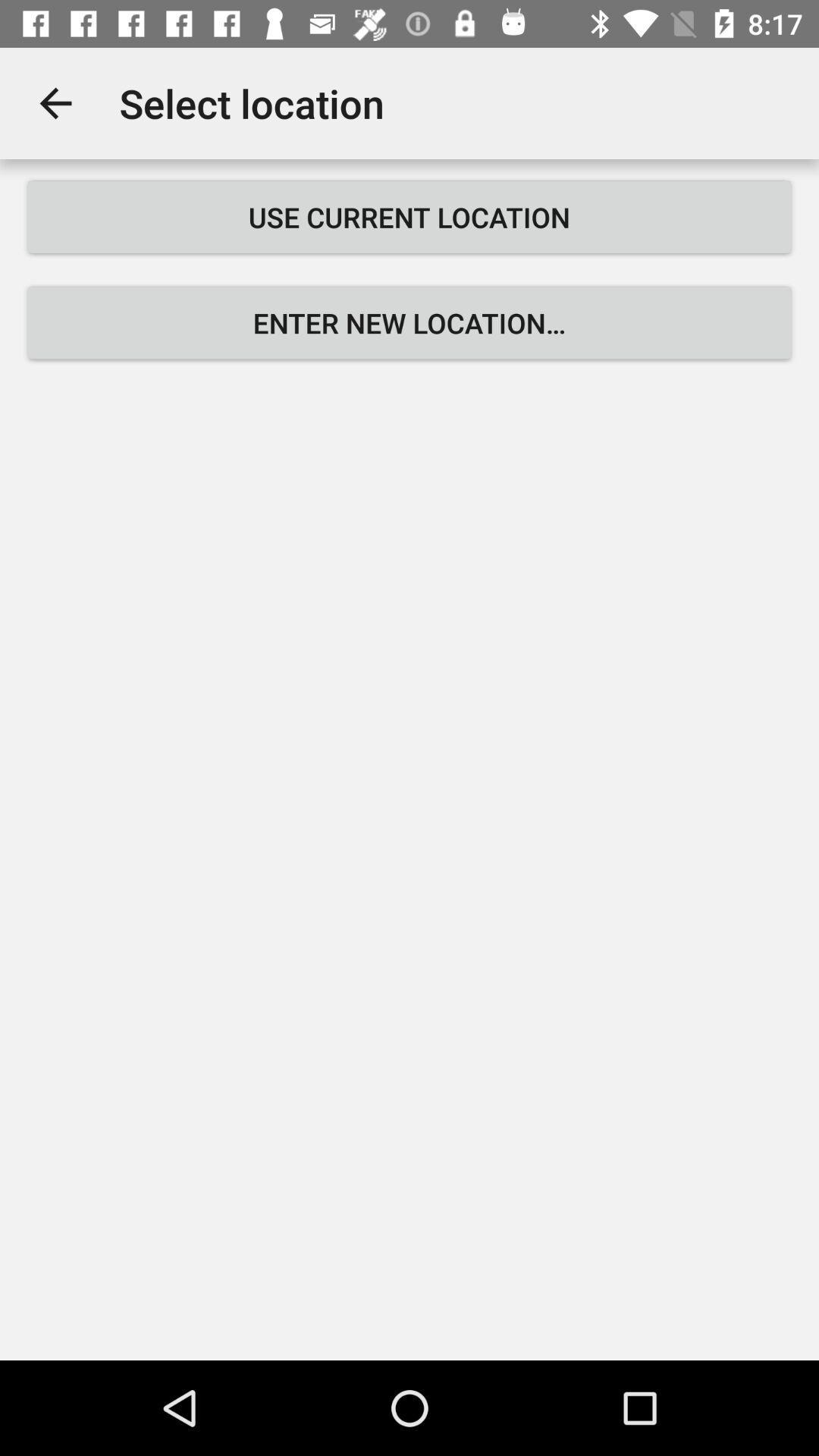  Describe the element at coordinates (409, 216) in the screenshot. I see `use current location item` at that location.